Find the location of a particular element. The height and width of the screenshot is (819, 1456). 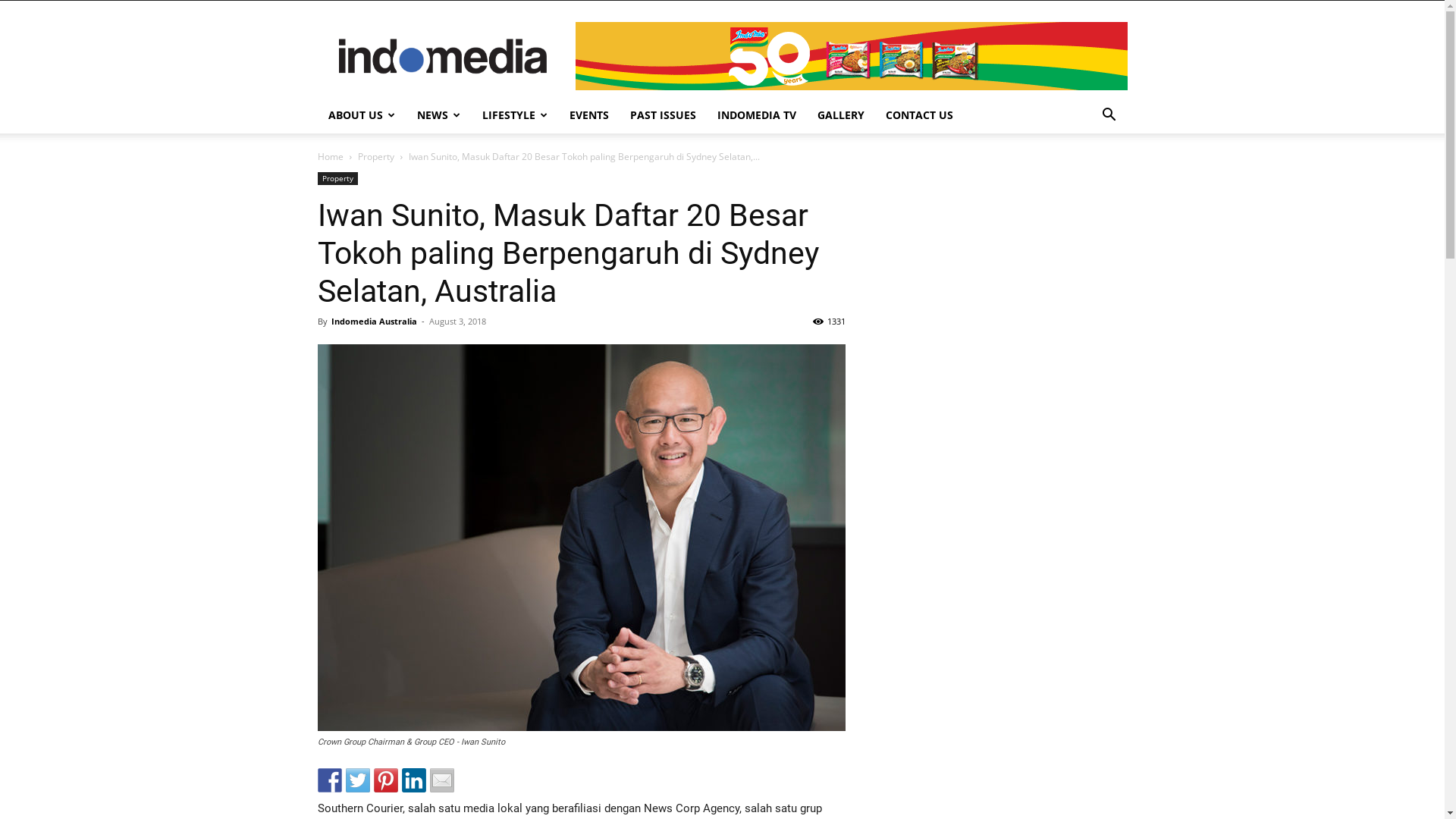

'PAST ISSUES' is located at coordinates (662, 114).